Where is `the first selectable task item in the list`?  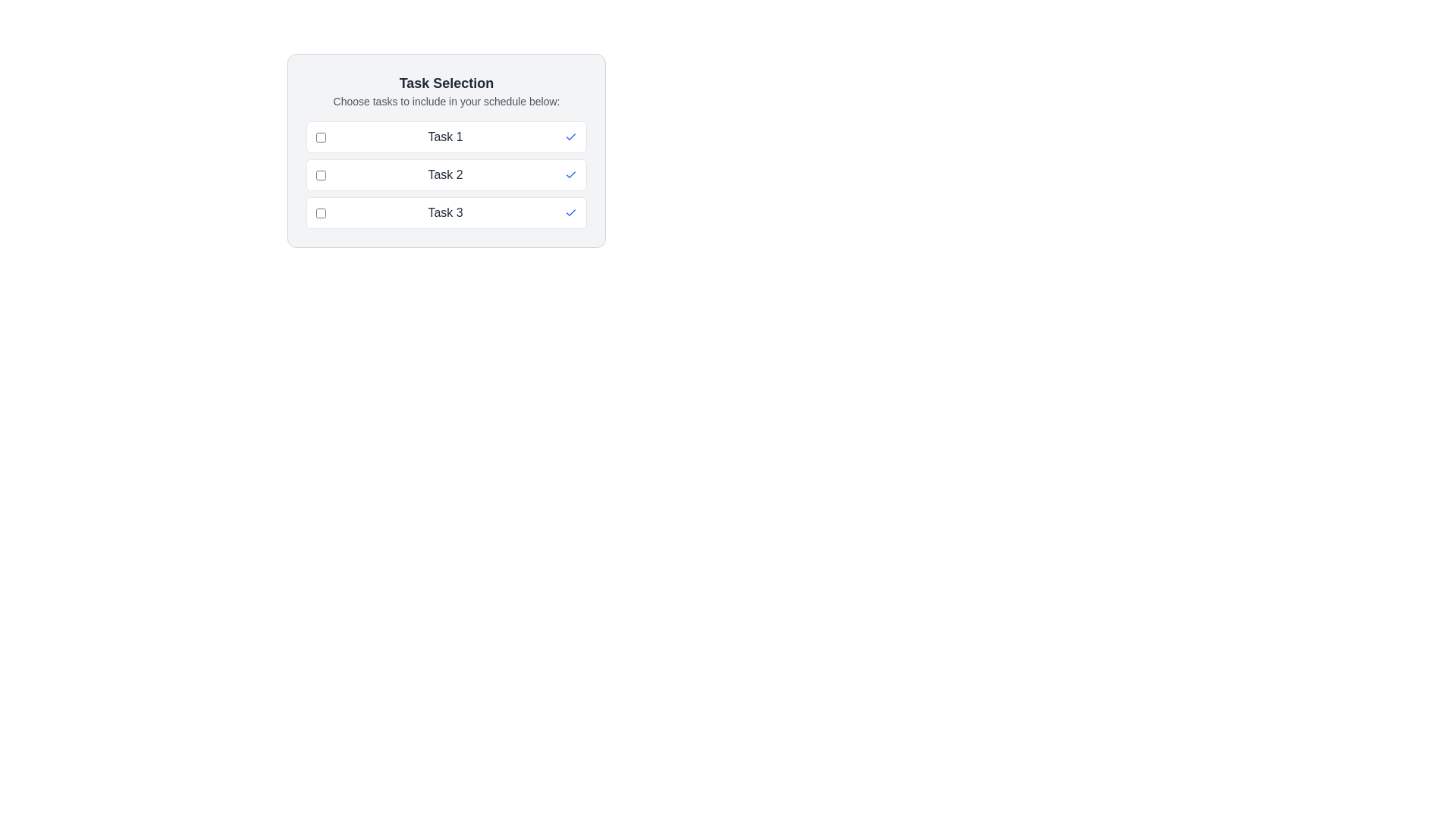 the first selectable task item in the list is located at coordinates (446, 137).